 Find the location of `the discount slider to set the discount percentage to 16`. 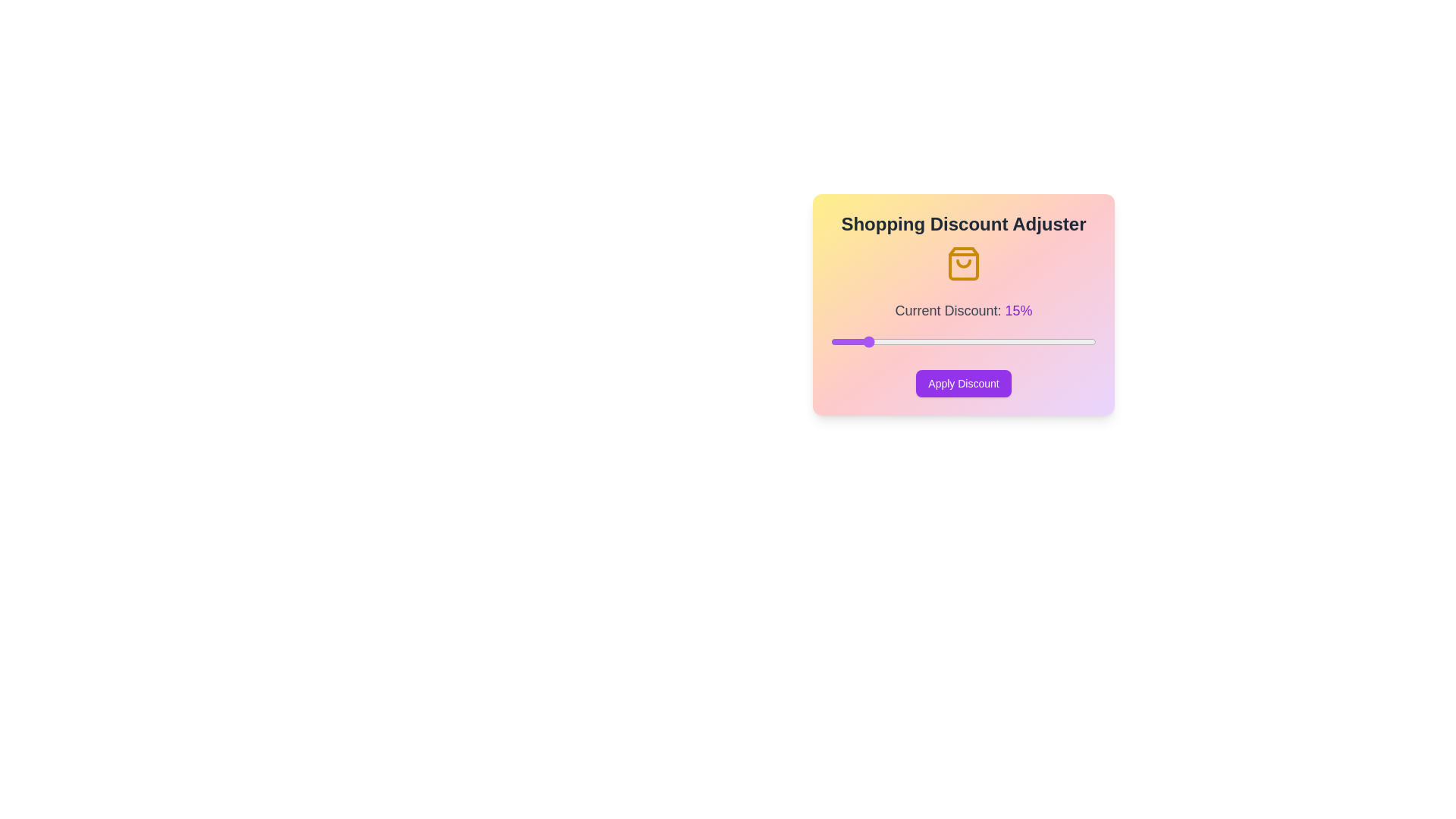

the discount slider to set the discount percentage to 16 is located at coordinates (871, 342).